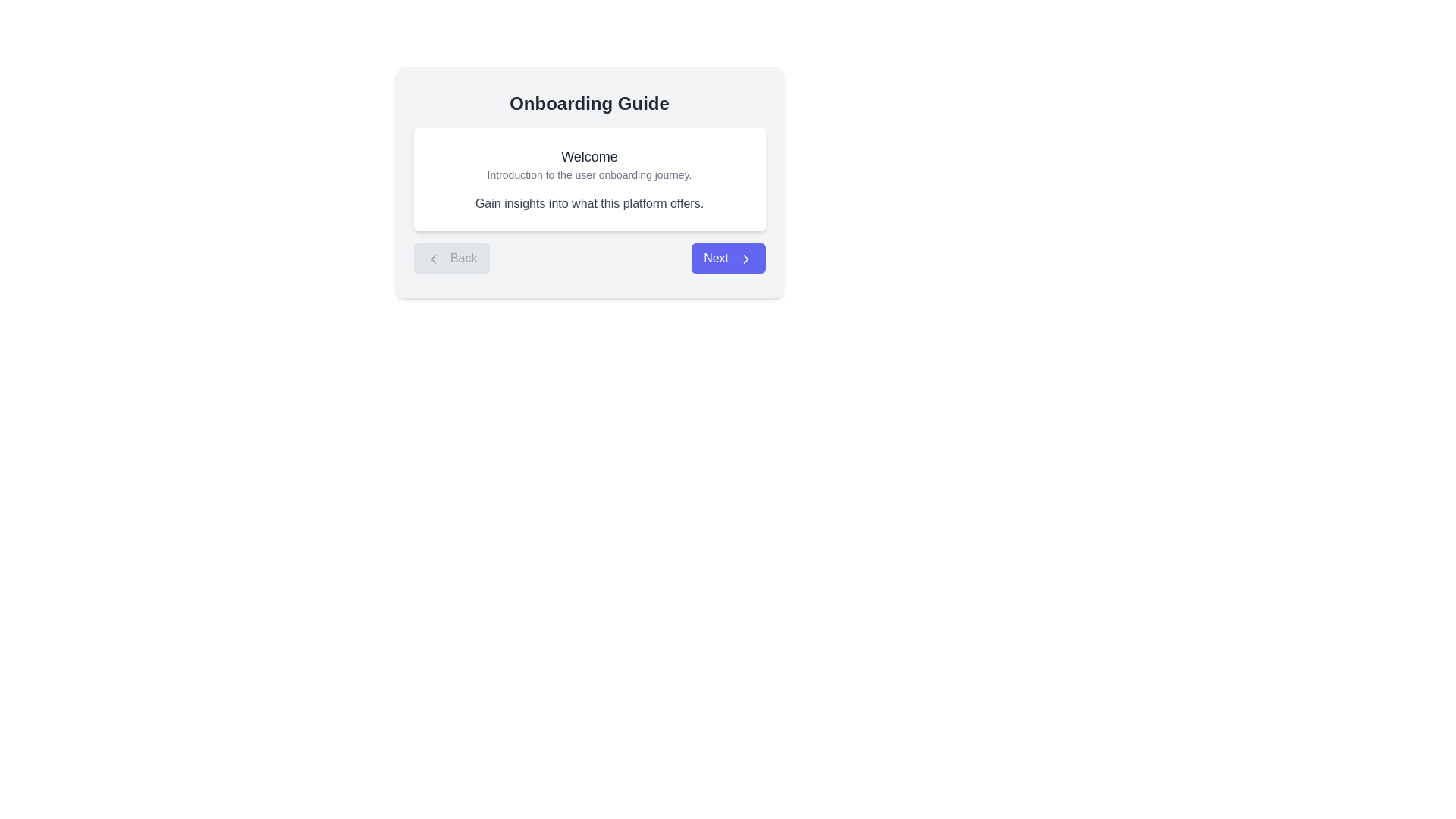 The width and height of the screenshot is (1456, 819). What do you see at coordinates (432, 258) in the screenshot?
I see `the navigation icon located inside the 'Back' button to initiate backward navigation` at bounding box center [432, 258].